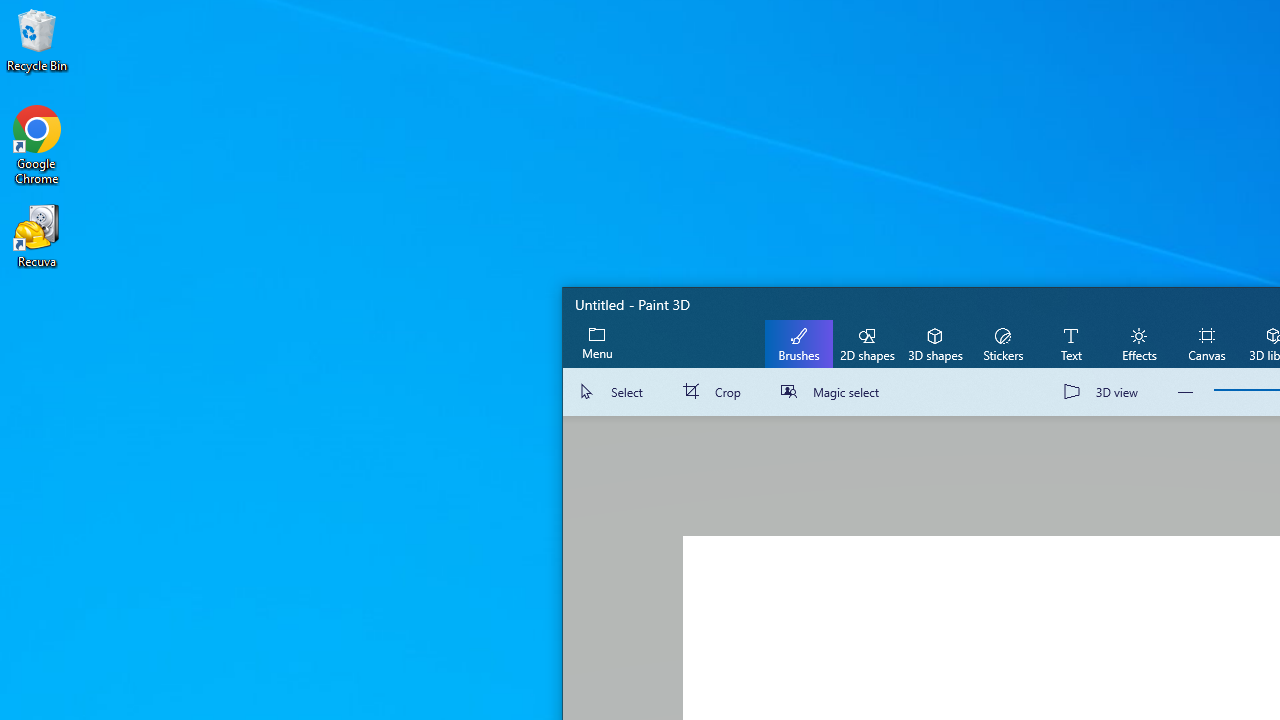  I want to click on 'Effects', so click(1138, 342).